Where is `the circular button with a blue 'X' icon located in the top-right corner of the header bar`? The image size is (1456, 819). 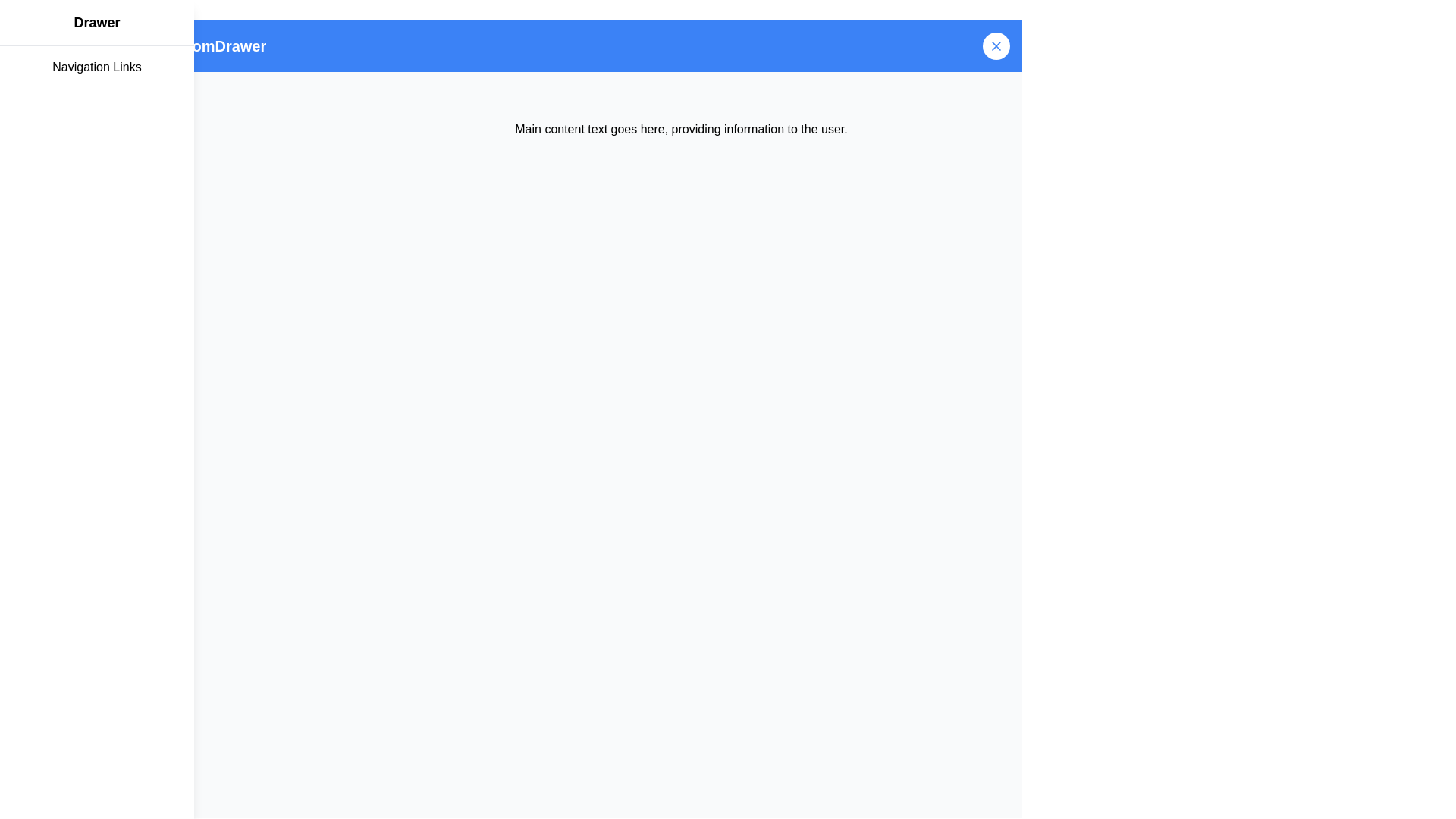
the circular button with a blue 'X' icon located in the top-right corner of the header bar is located at coordinates (996, 45).